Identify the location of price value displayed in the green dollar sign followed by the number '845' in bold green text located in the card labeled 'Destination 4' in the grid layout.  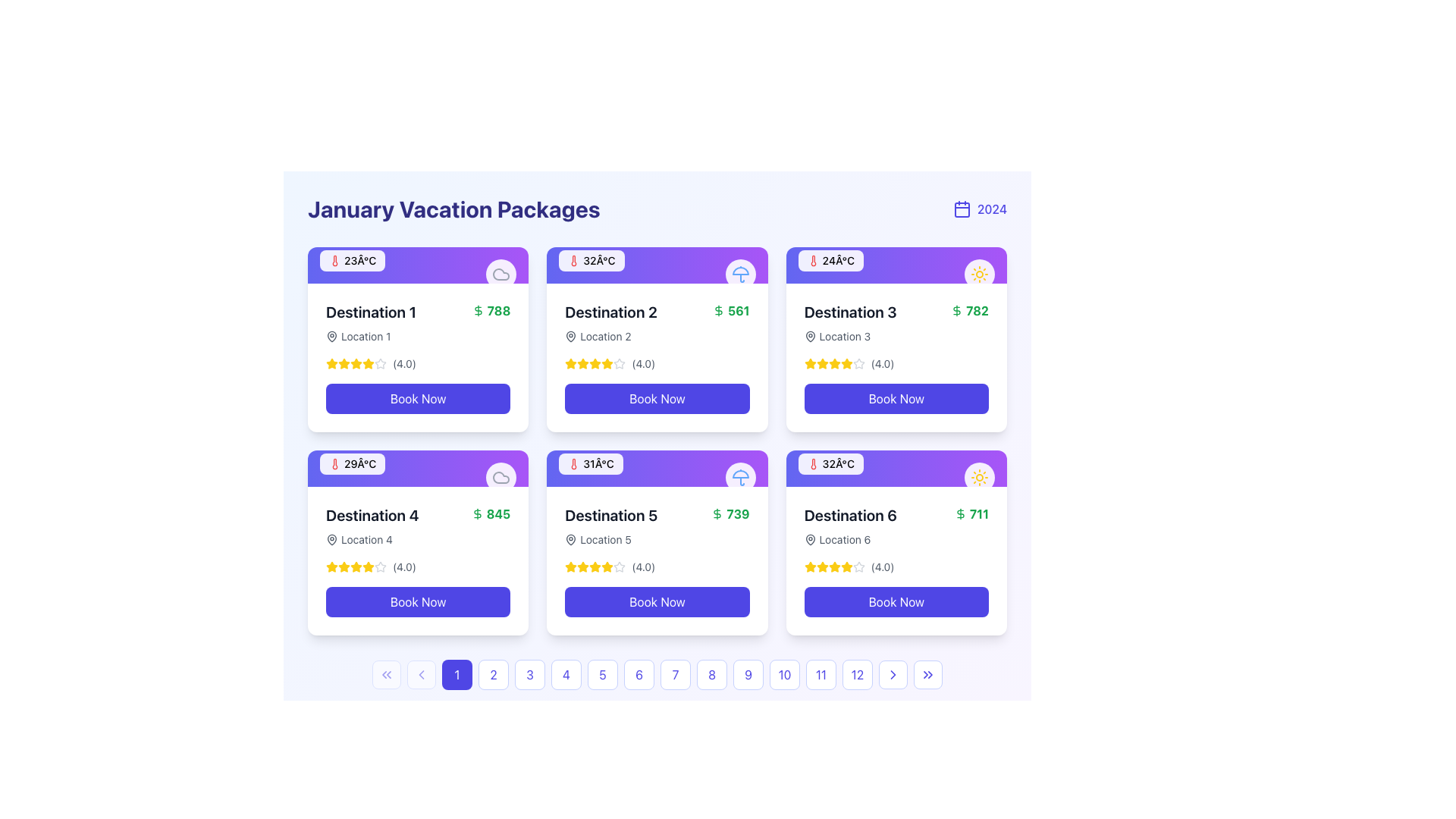
(491, 513).